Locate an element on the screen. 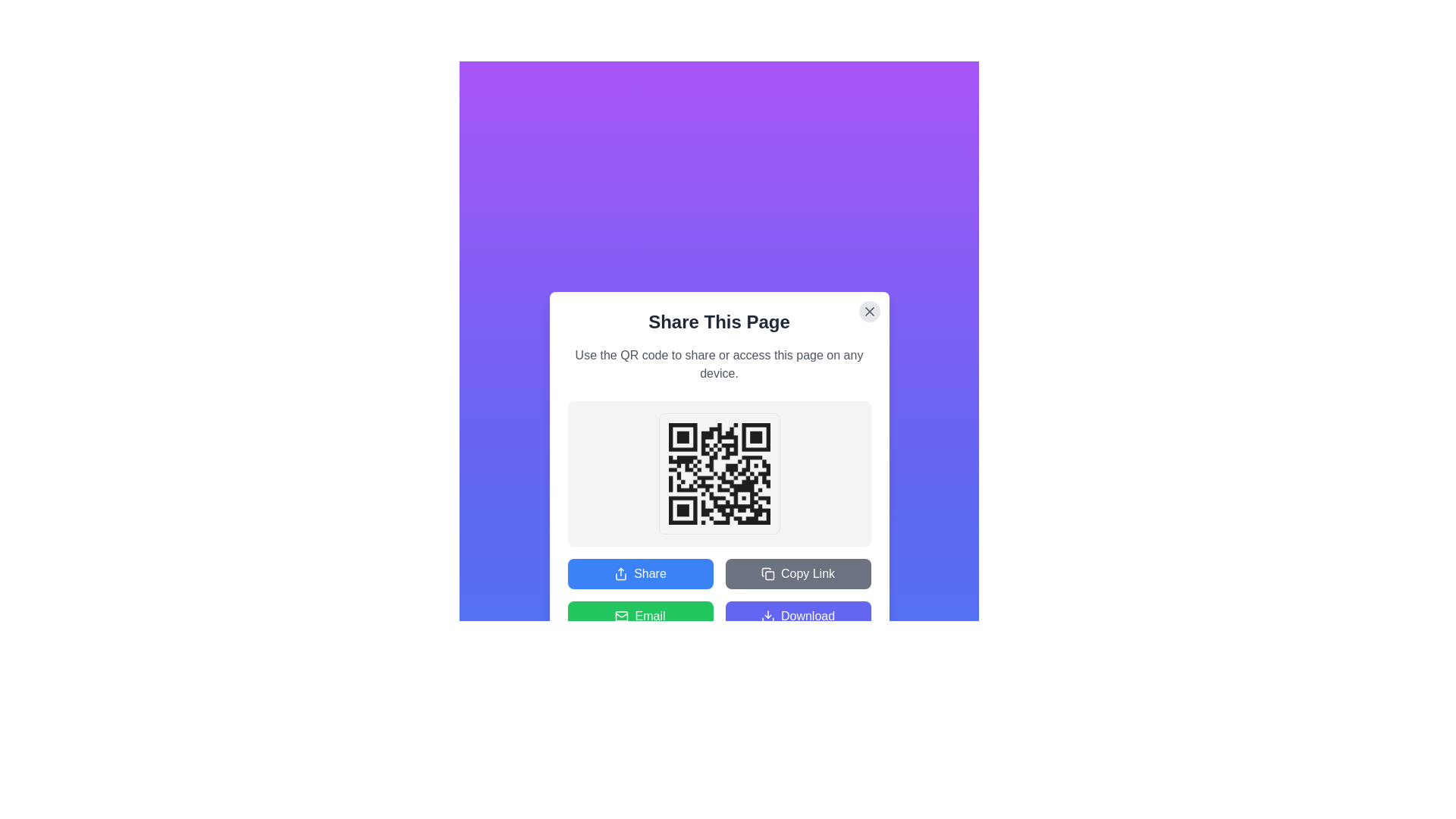 This screenshot has height=819, width=1456. the small, circular gray button with an 'X' icon at the top-right corner of the 'Share This Page' modal is located at coordinates (869, 311).